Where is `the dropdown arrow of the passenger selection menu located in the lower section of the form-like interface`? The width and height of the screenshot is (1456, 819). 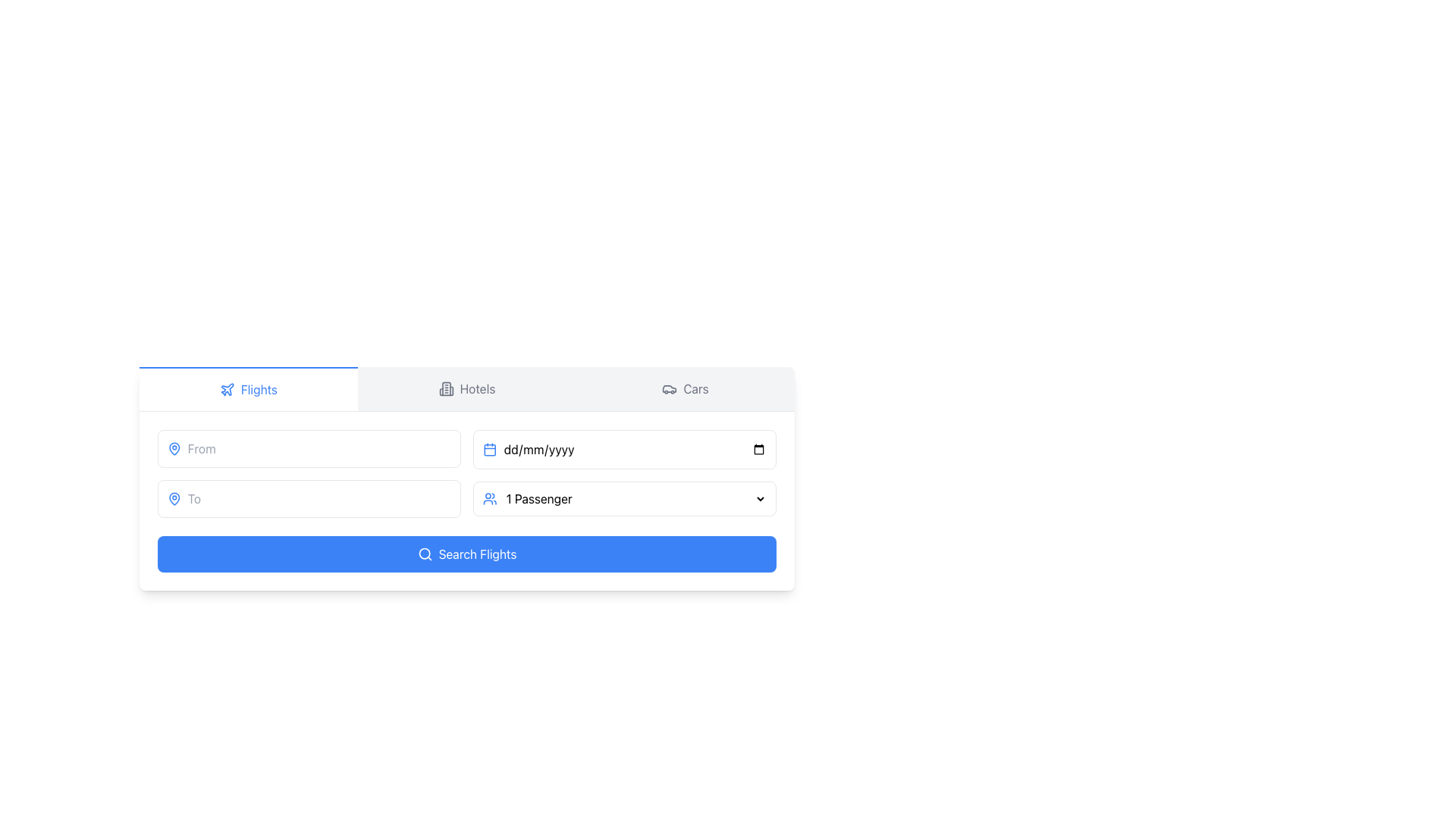
the dropdown arrow of the passenger selection menu located in the lower section of the form-like interface is located at coordinates (625, 499).